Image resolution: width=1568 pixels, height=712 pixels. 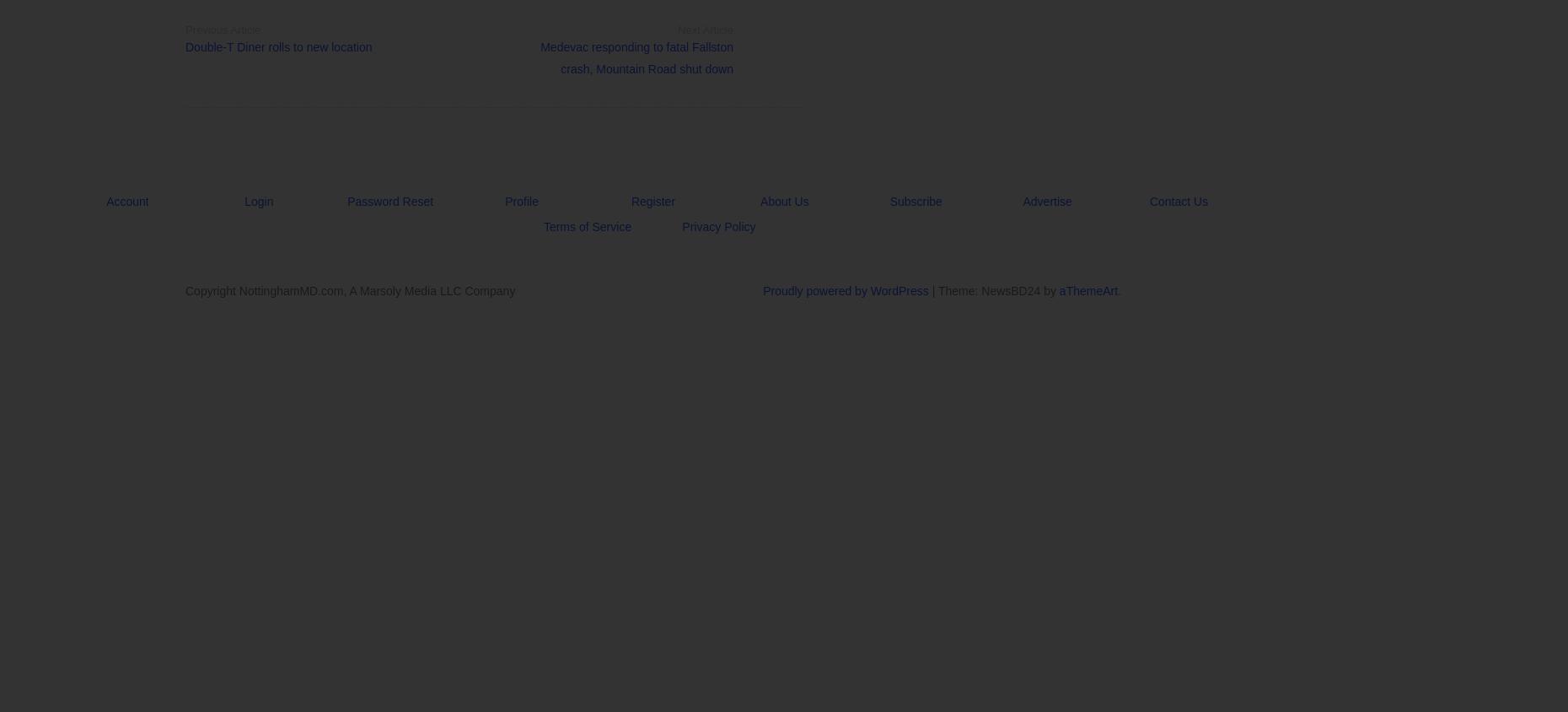 I want to click on 'Profile', so click(x=504, y=201).